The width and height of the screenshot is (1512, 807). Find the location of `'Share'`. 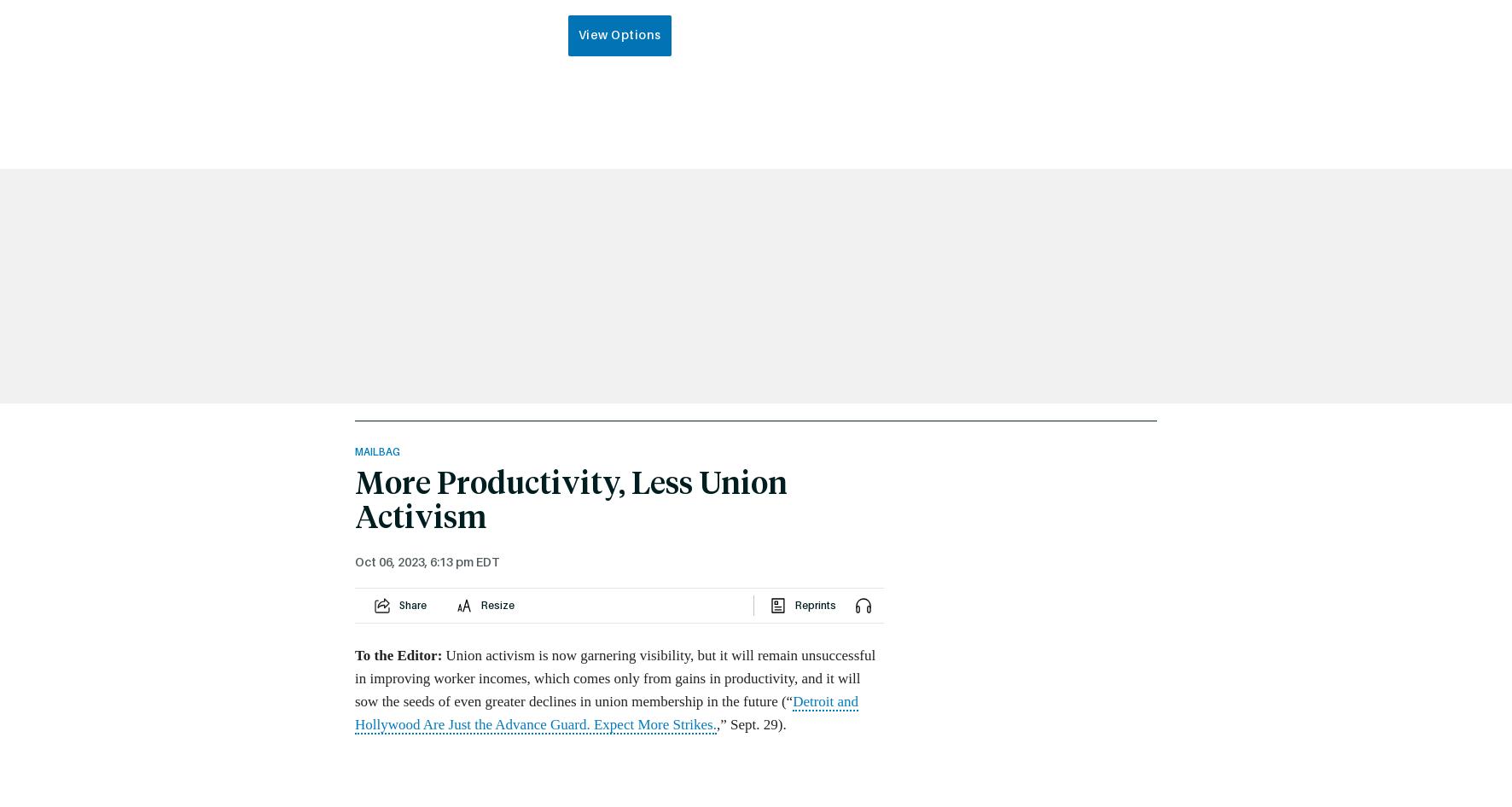

'Share' is located at coordinates (398, 604).